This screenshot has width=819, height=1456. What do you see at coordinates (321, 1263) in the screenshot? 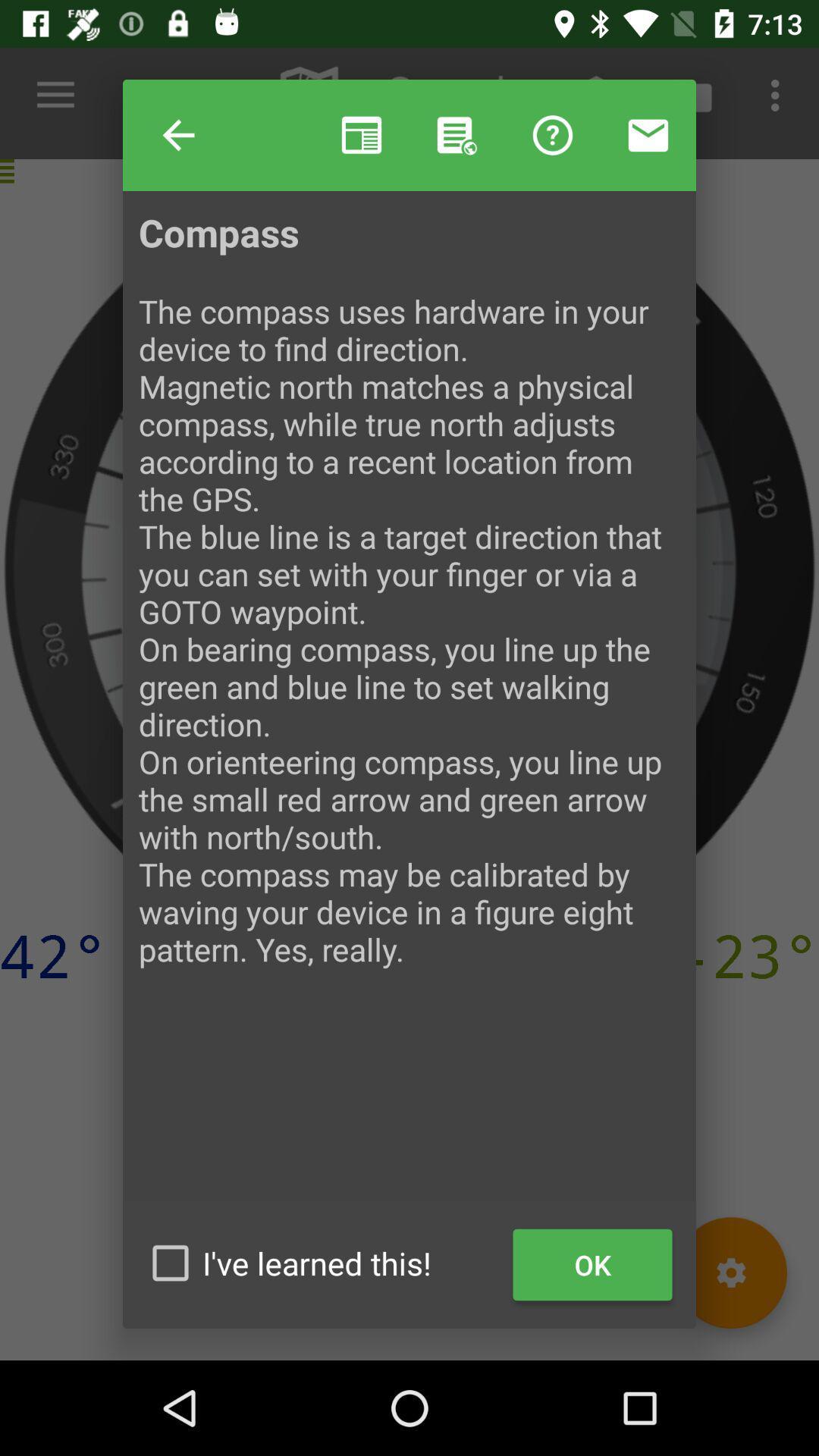
I see `the icon below the compass the compass` at bounding box center [321, 1263].